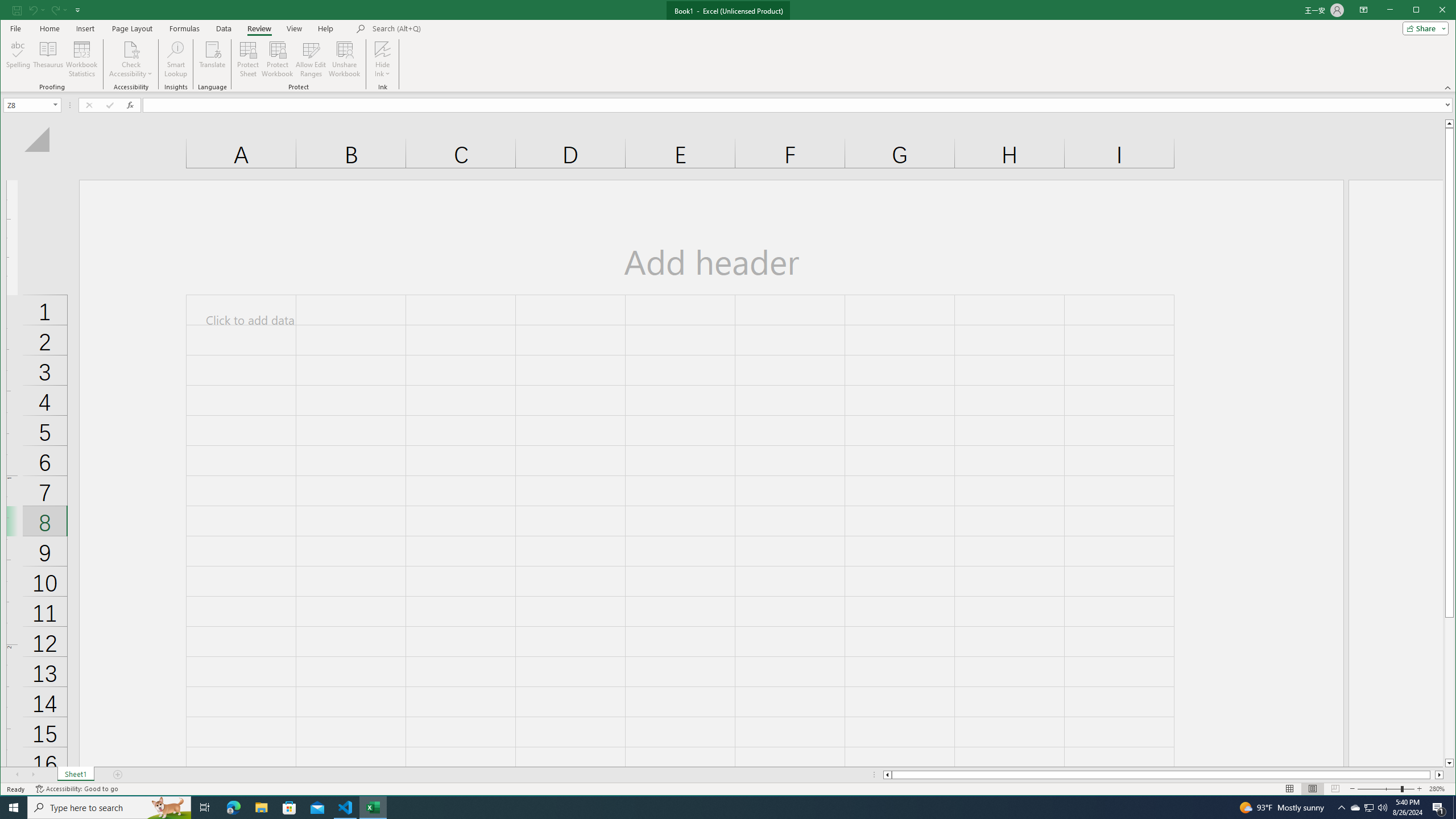  I want to click on 'Thesaurus...', so click(48, 59).